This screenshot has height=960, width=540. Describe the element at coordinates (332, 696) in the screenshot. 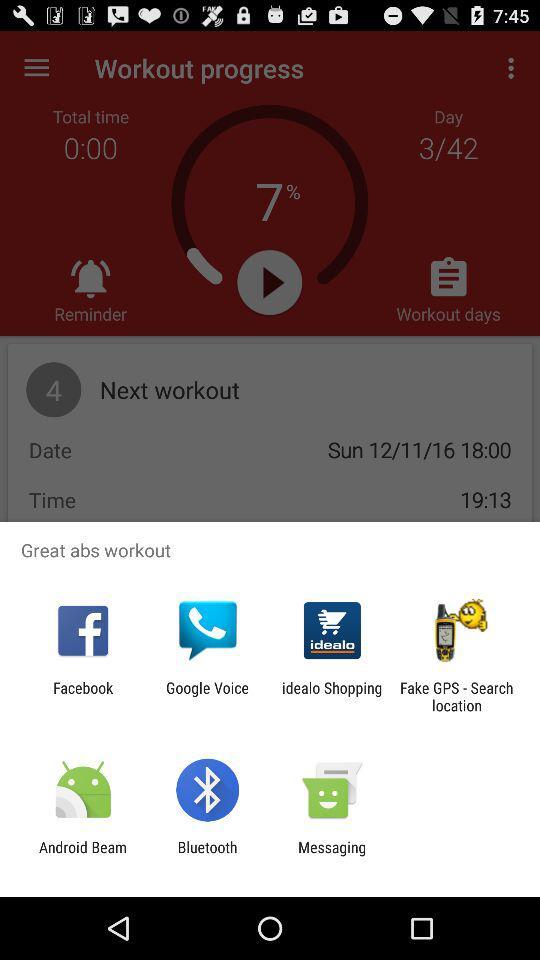

I see `icon to the right of the google voice app` at that location.